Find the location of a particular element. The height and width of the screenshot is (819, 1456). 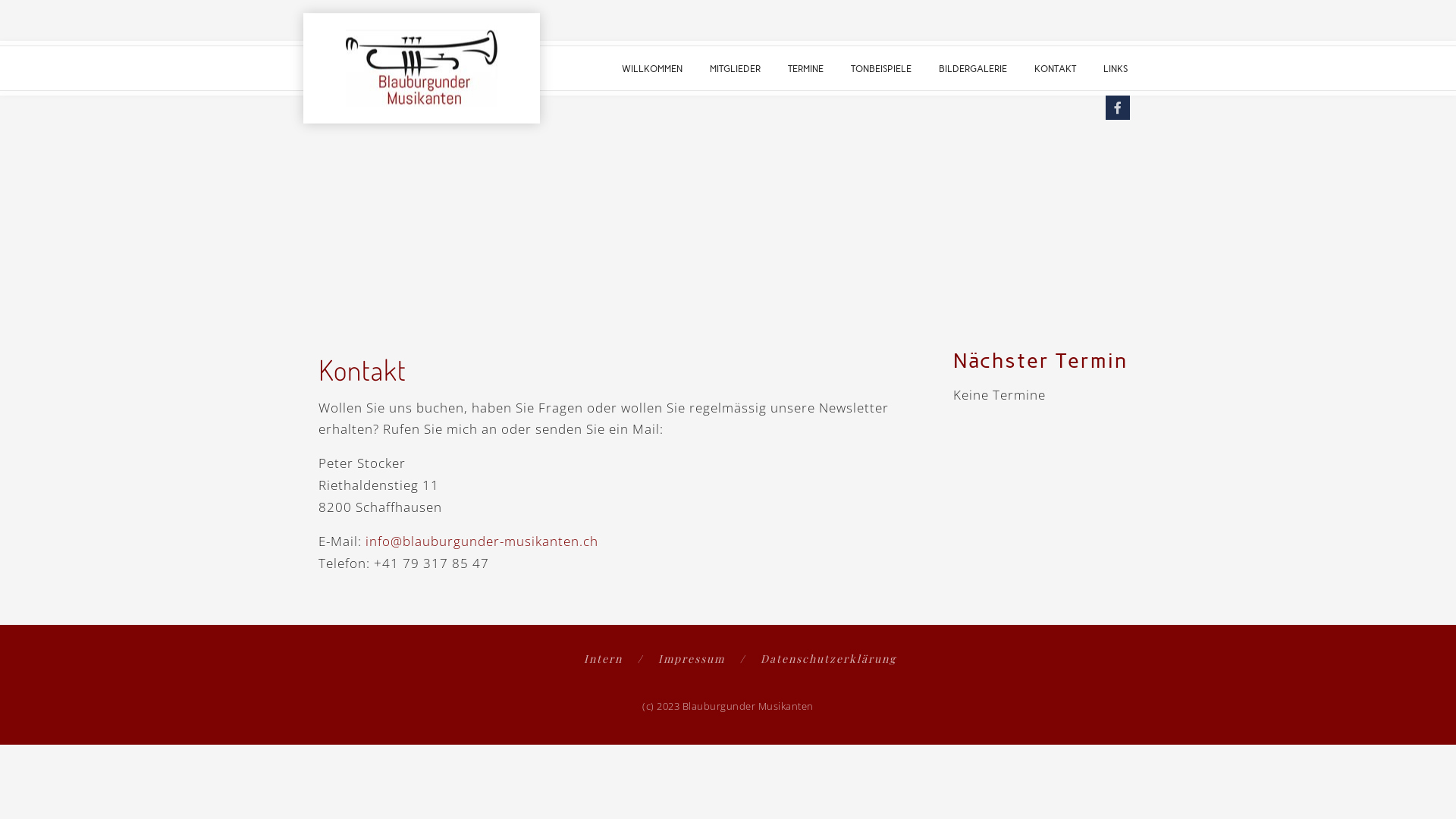

'WILLKOMMEN' is located at coordinates (651, 67).